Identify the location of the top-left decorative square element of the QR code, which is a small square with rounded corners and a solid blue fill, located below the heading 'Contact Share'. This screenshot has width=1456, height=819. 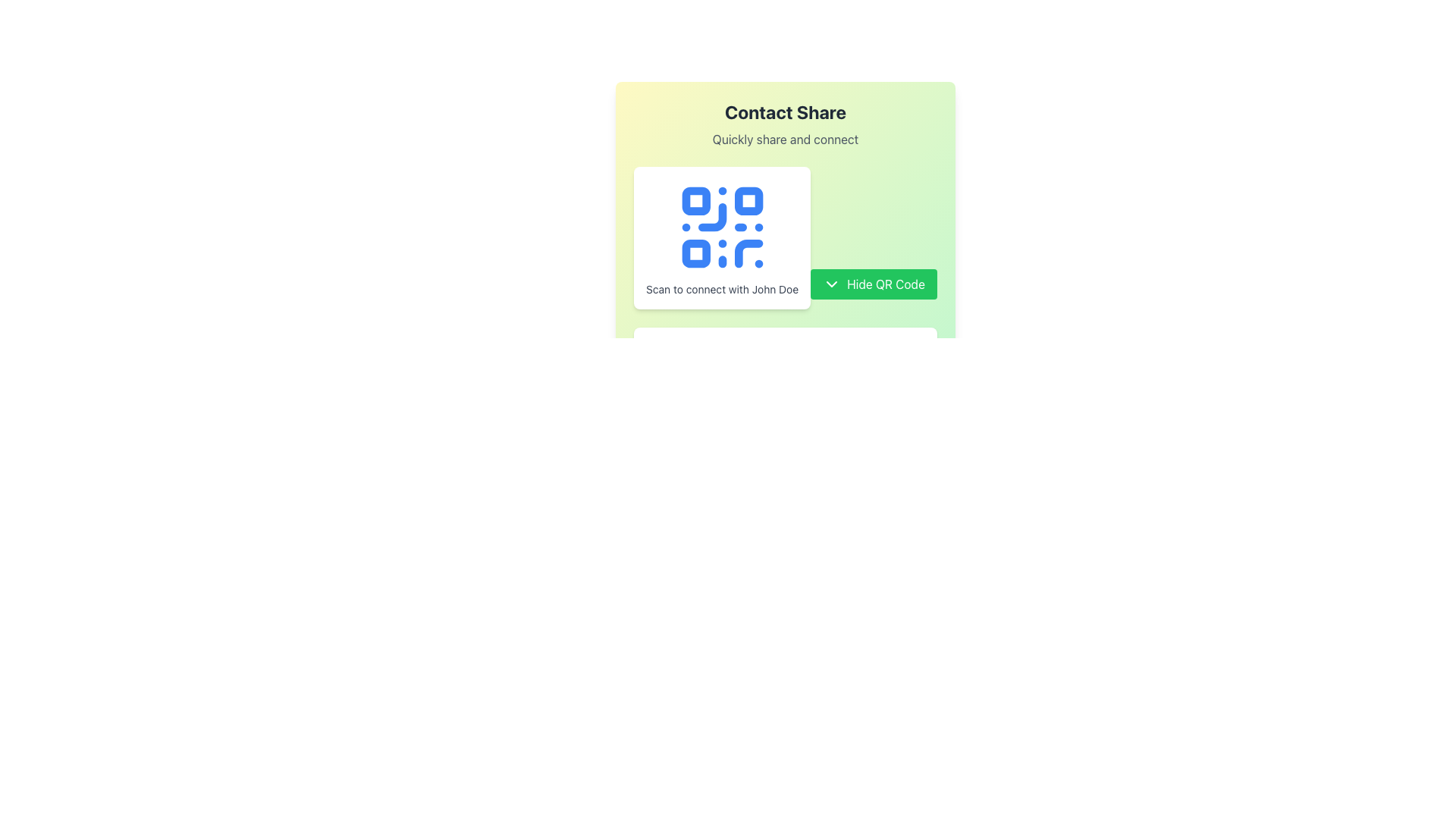
(695, 200).